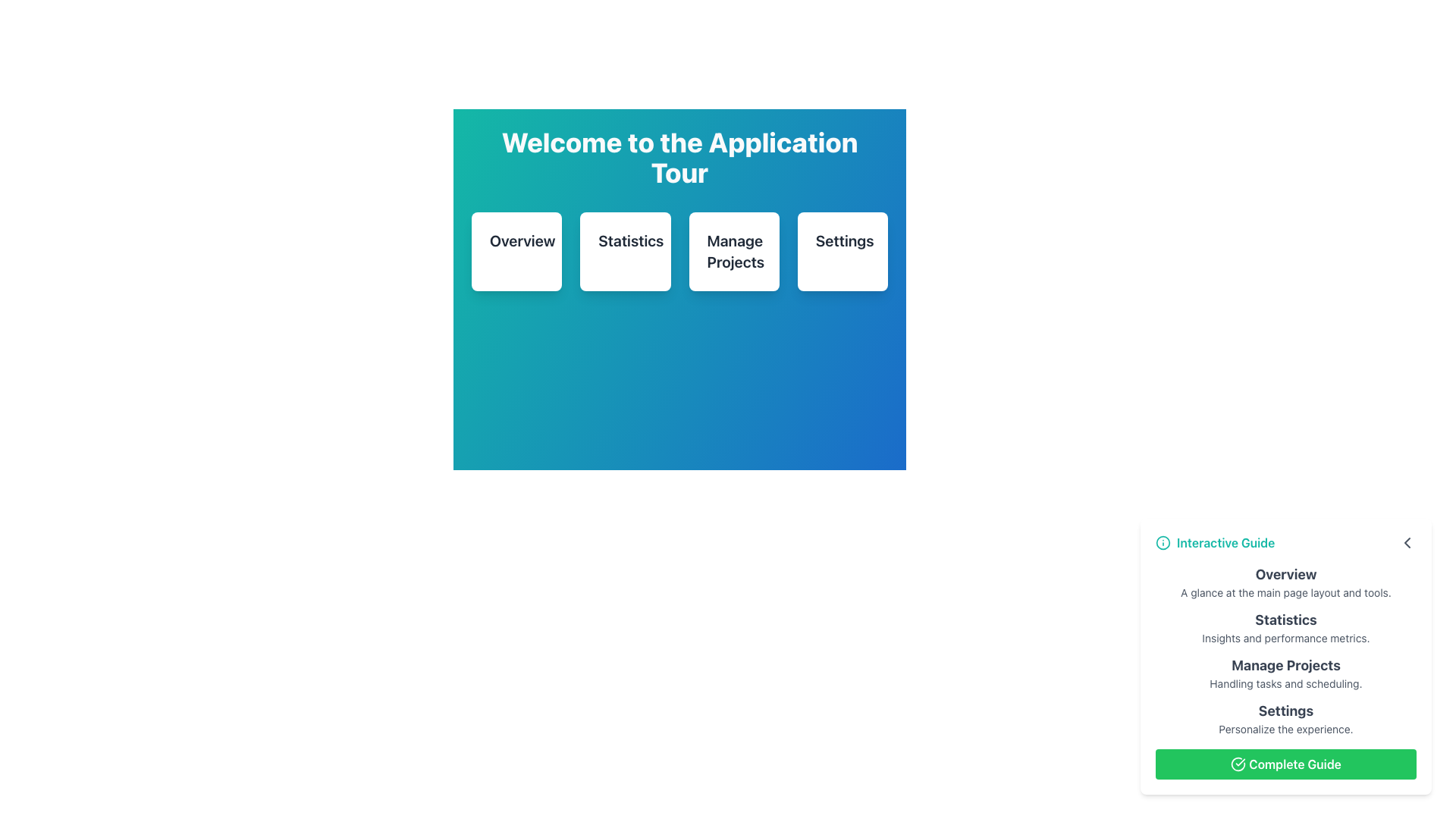  Describe the element at coordinates (1285, 575) in the screenshot. I see `the bold text label 'Overview' which is styled in dark gray and serves as a section header, located at the top of a vertical list of sections` at that location.